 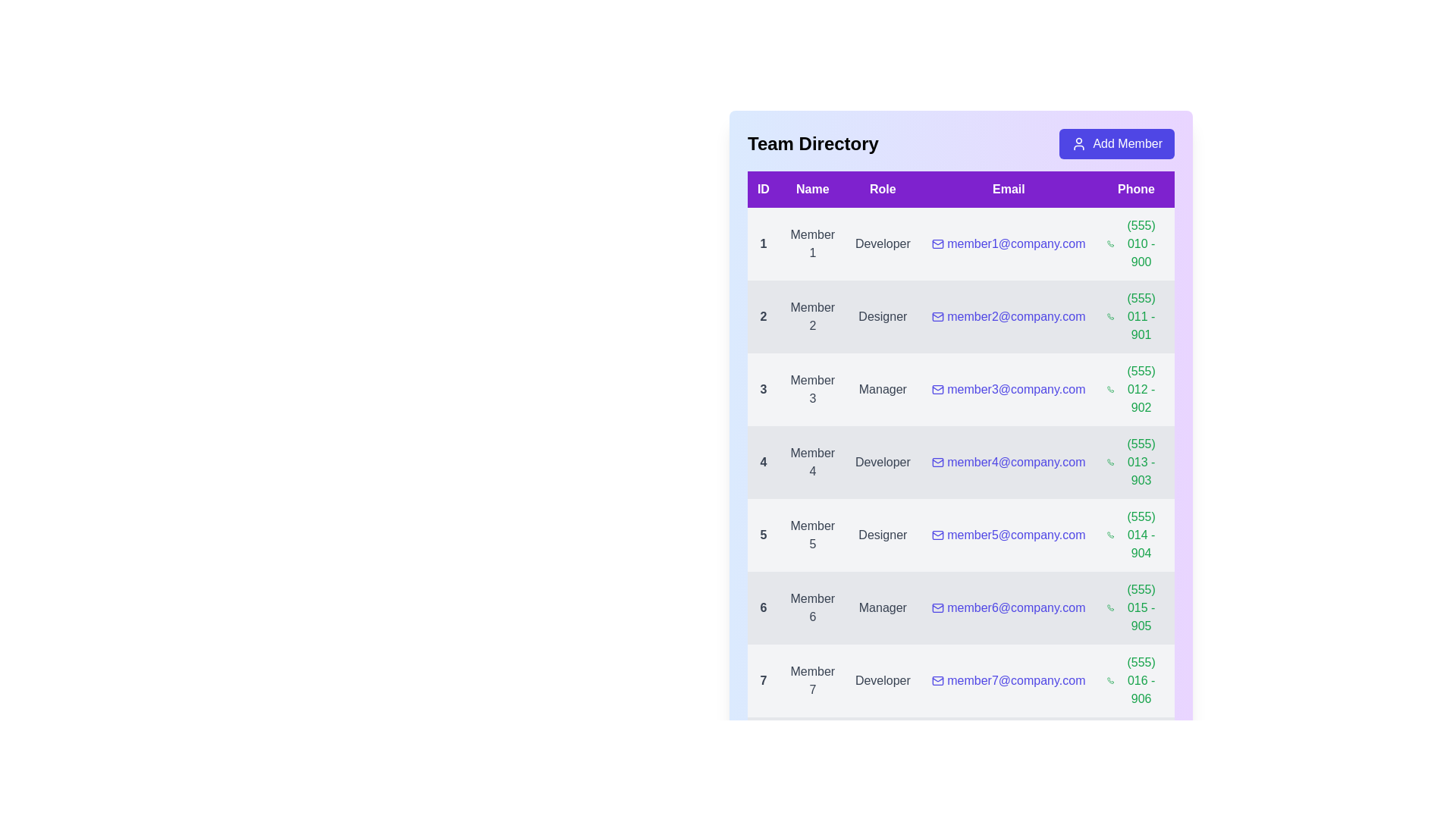 What do you see at coordinates (1117, 143) in the screenshot?
I see `'Add Member' button to initiate the member addition process` at bounding box center [1117, 143].